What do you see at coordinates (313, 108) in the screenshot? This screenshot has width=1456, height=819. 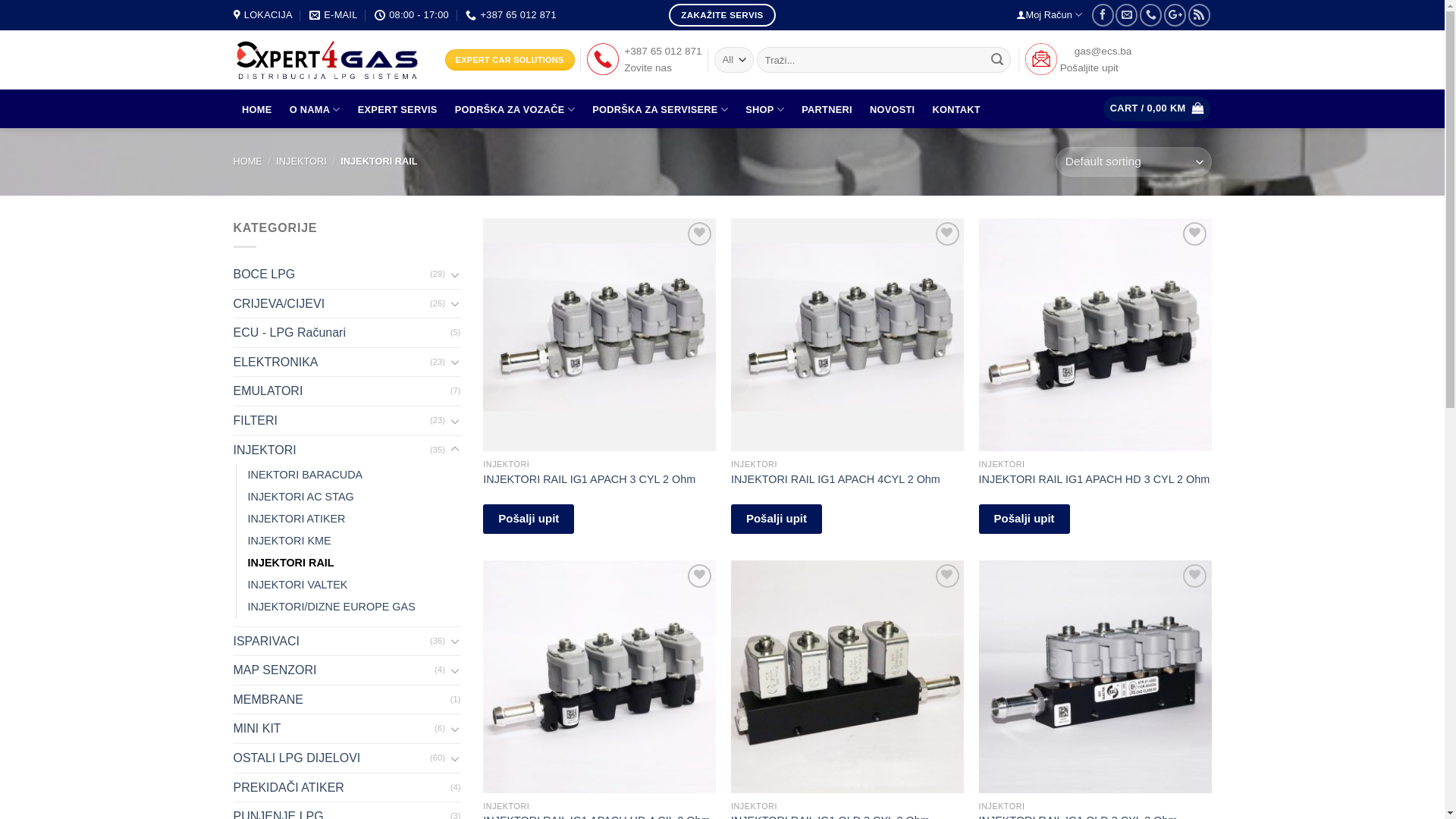 I see `'O NAMA'` at bounding box center [313, 108].